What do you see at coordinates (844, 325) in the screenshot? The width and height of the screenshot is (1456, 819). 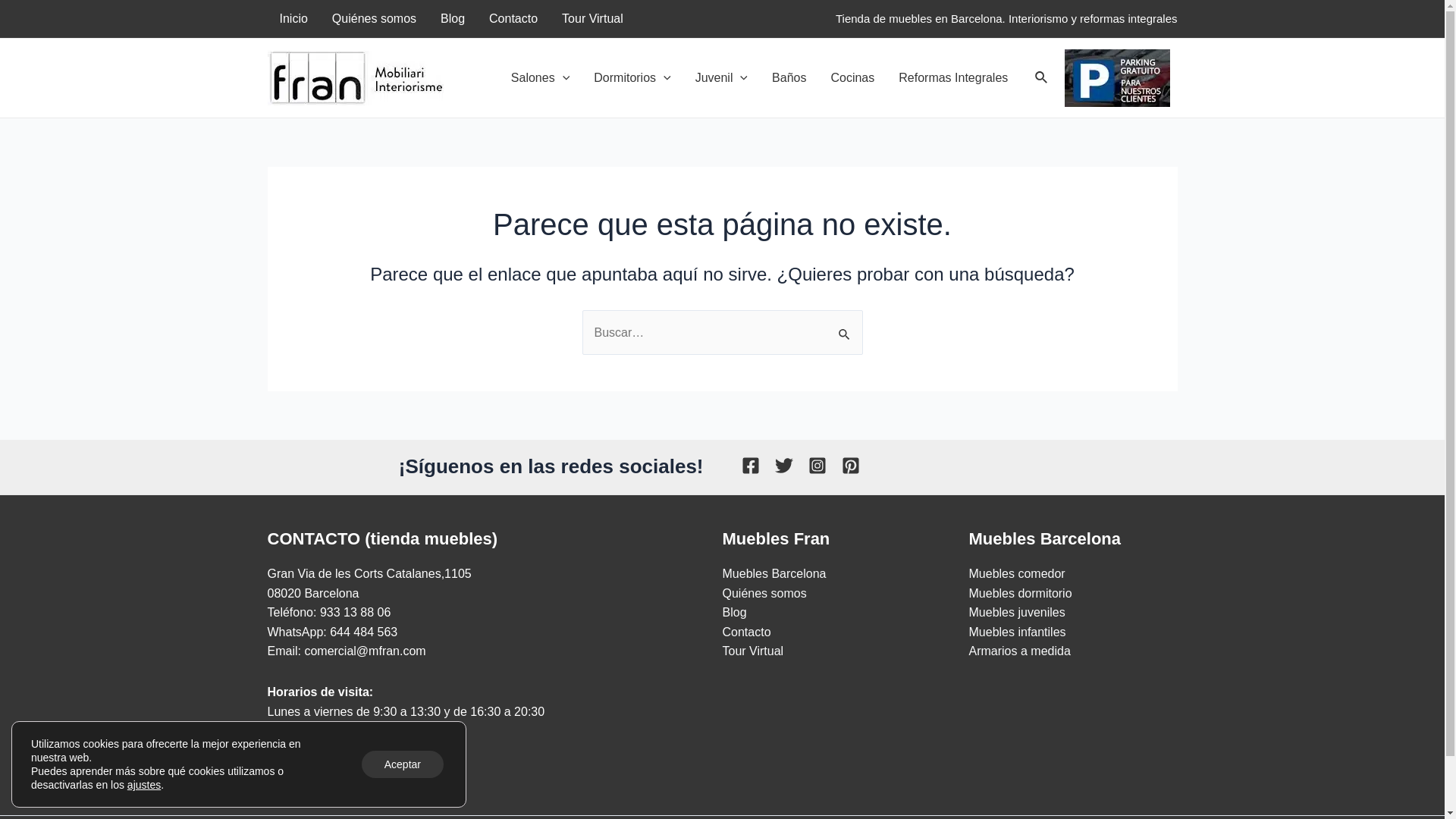 I see `'Buscar'` at bounding box center [844, 325].